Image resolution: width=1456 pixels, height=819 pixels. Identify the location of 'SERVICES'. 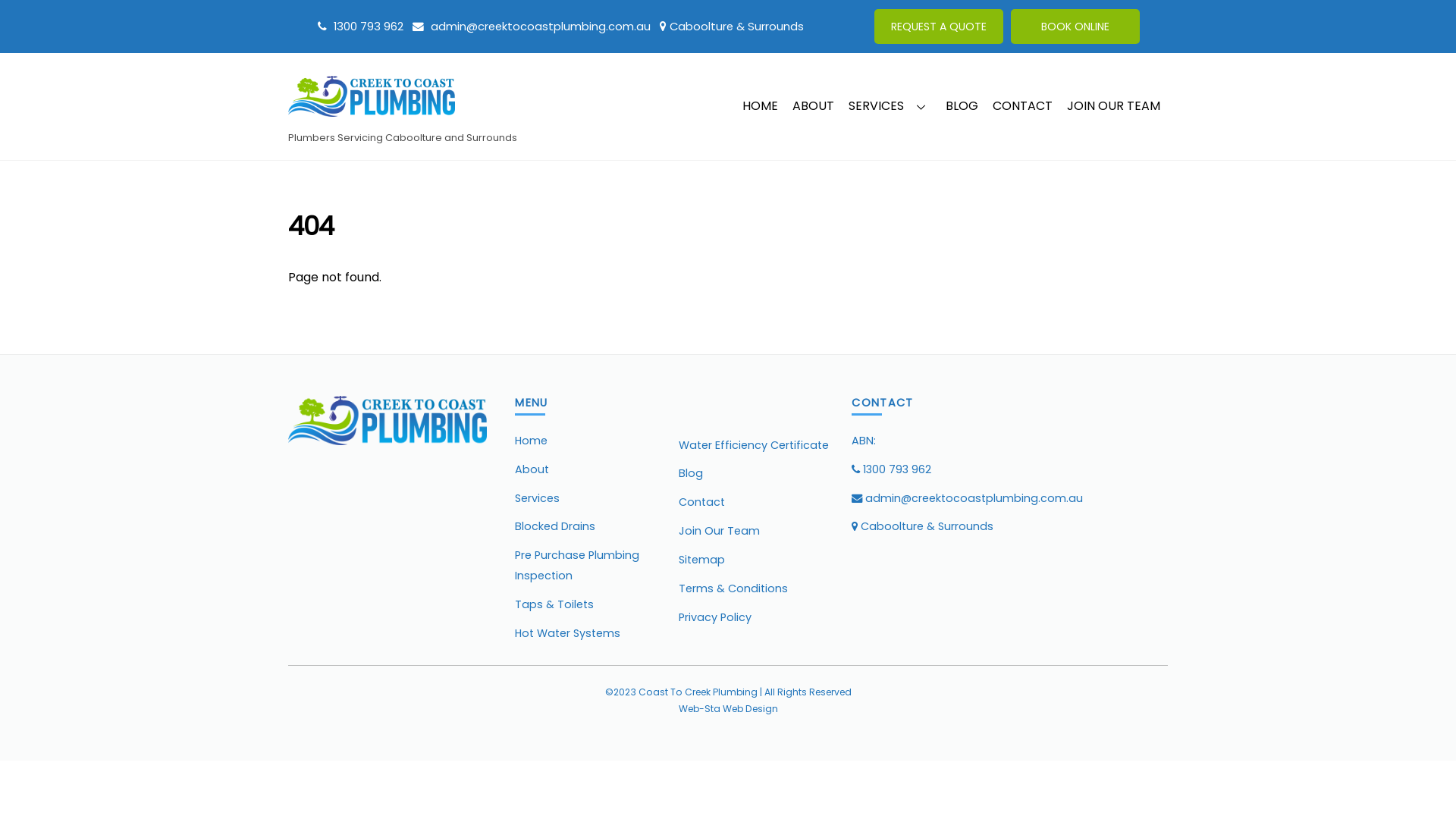
(890, 106).